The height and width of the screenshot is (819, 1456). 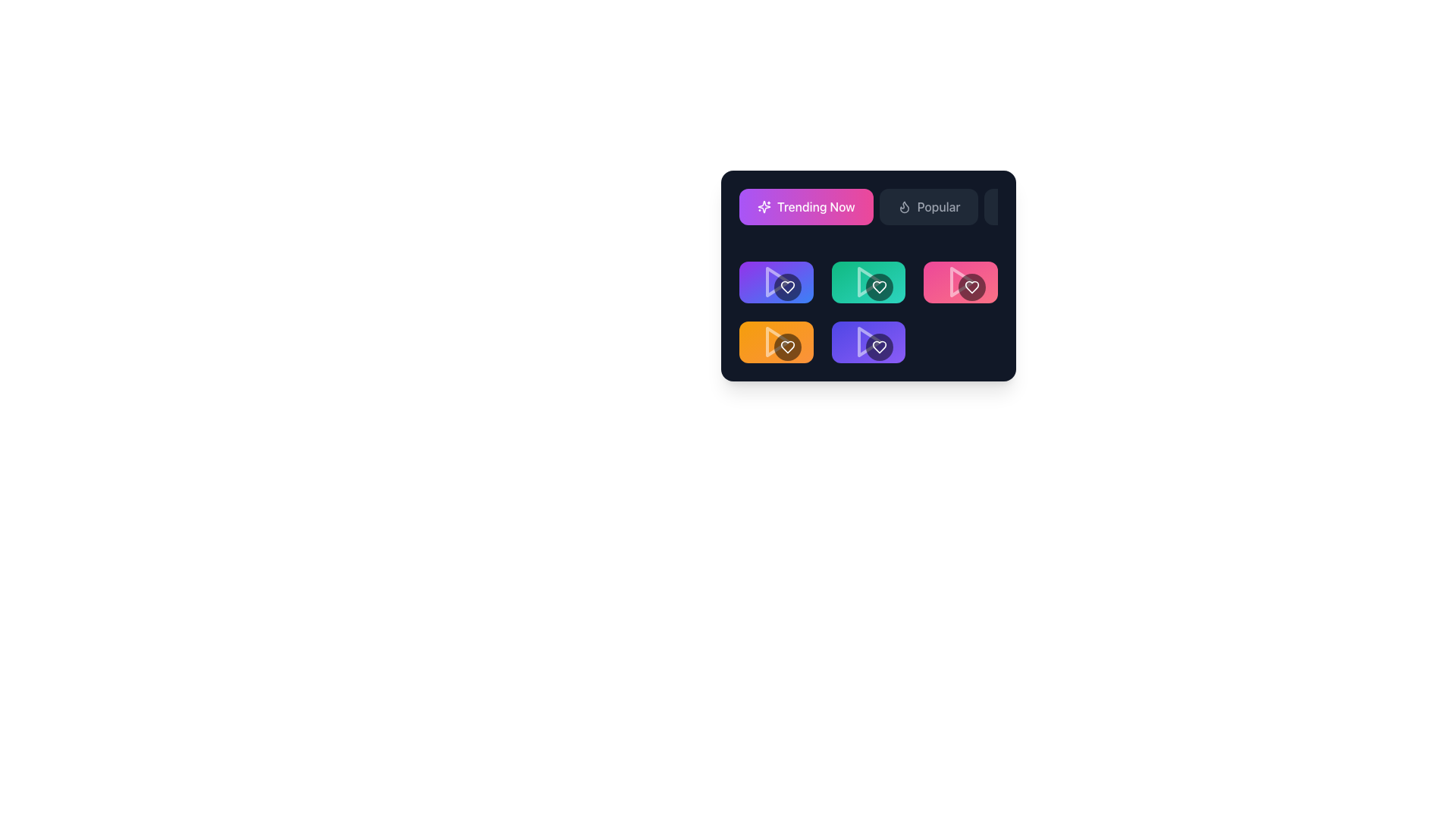 I want to click on the visual icon element located in the third row of the pink segment, so click(x=953, y=275).